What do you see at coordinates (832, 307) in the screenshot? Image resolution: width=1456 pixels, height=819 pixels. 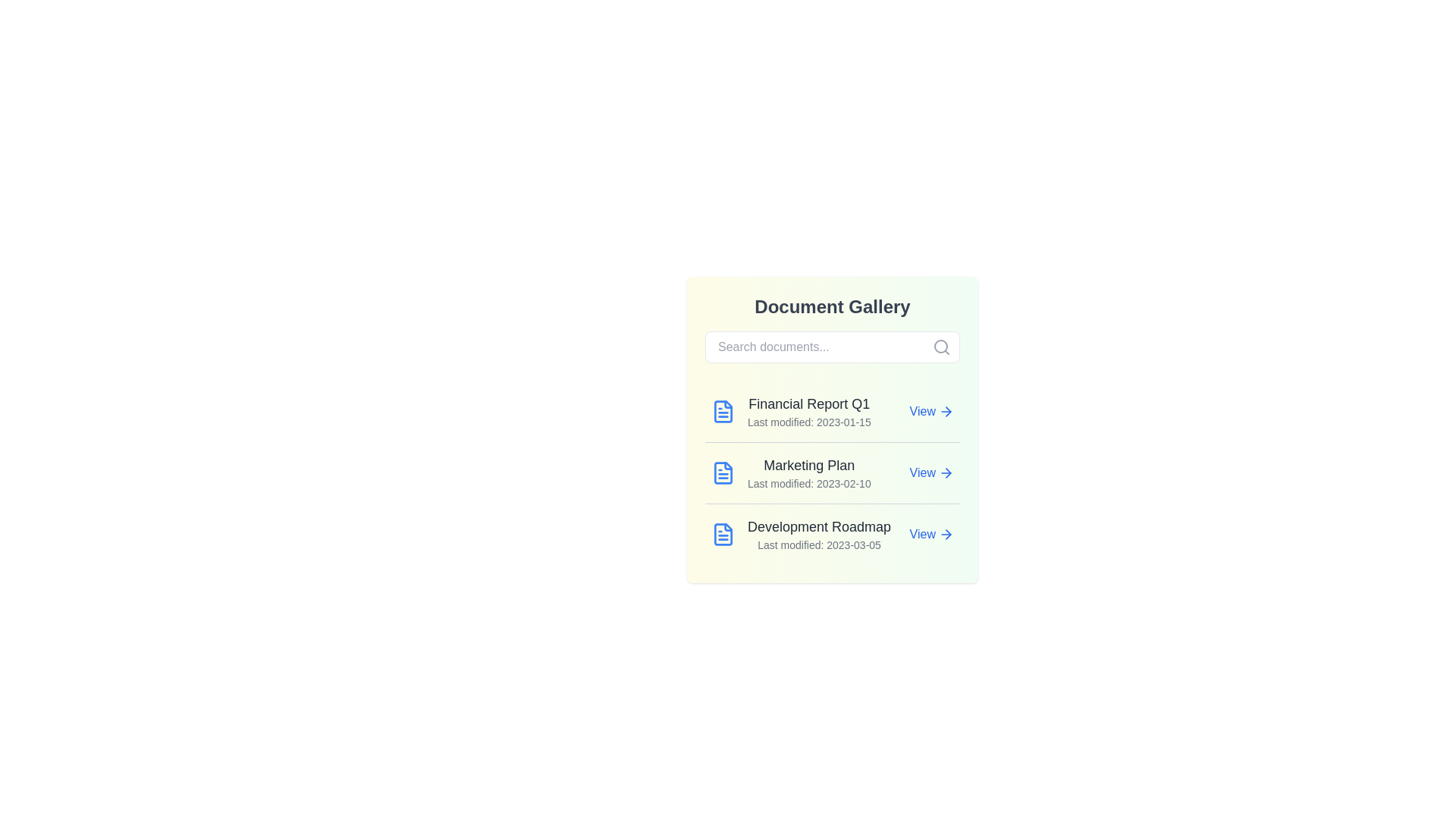 I see `the 'Document Gallery' heading to inspect it` at bounding box center [832, 307].